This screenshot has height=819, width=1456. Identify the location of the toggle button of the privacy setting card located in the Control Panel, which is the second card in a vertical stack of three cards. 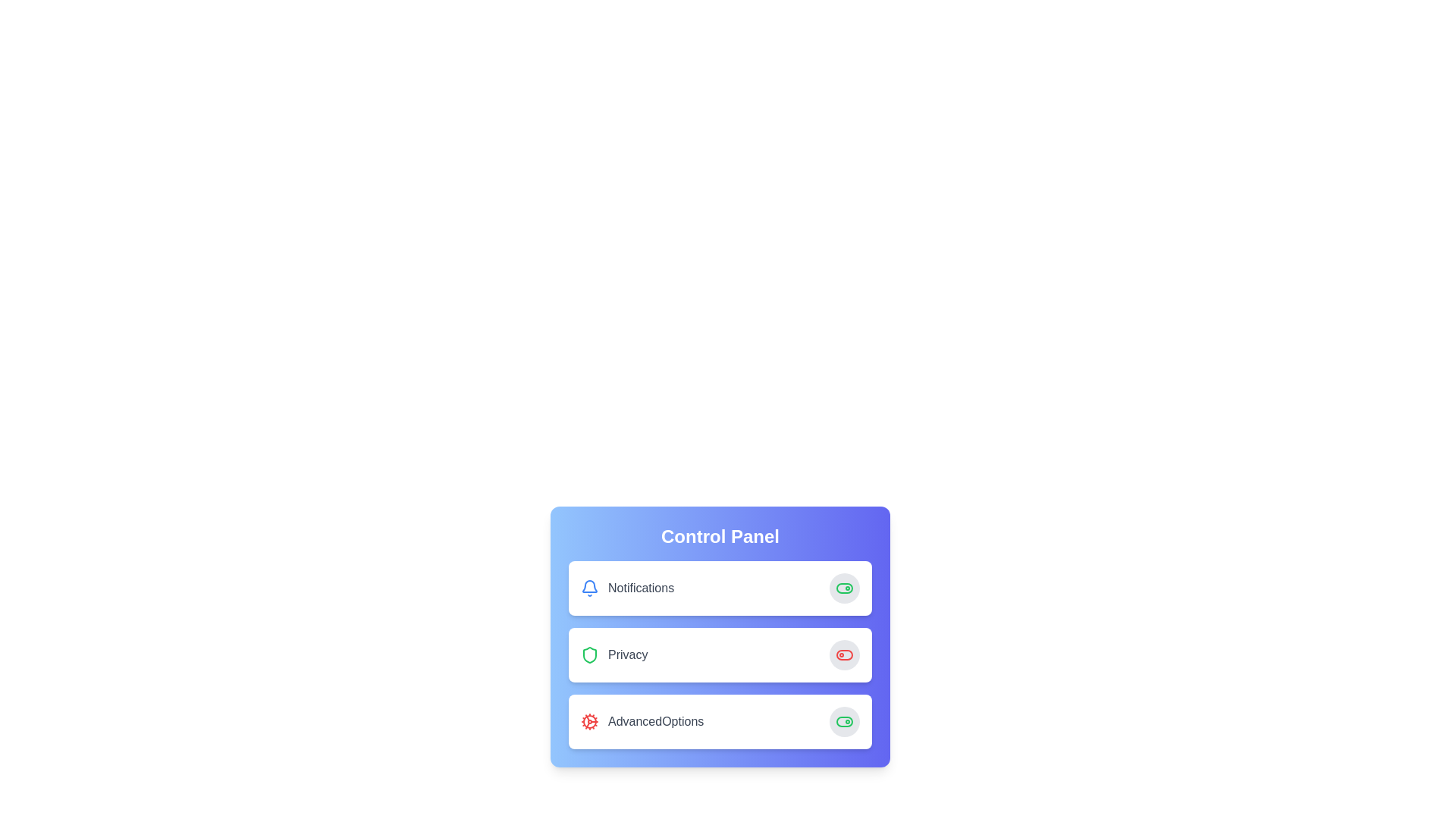
(720, 654).